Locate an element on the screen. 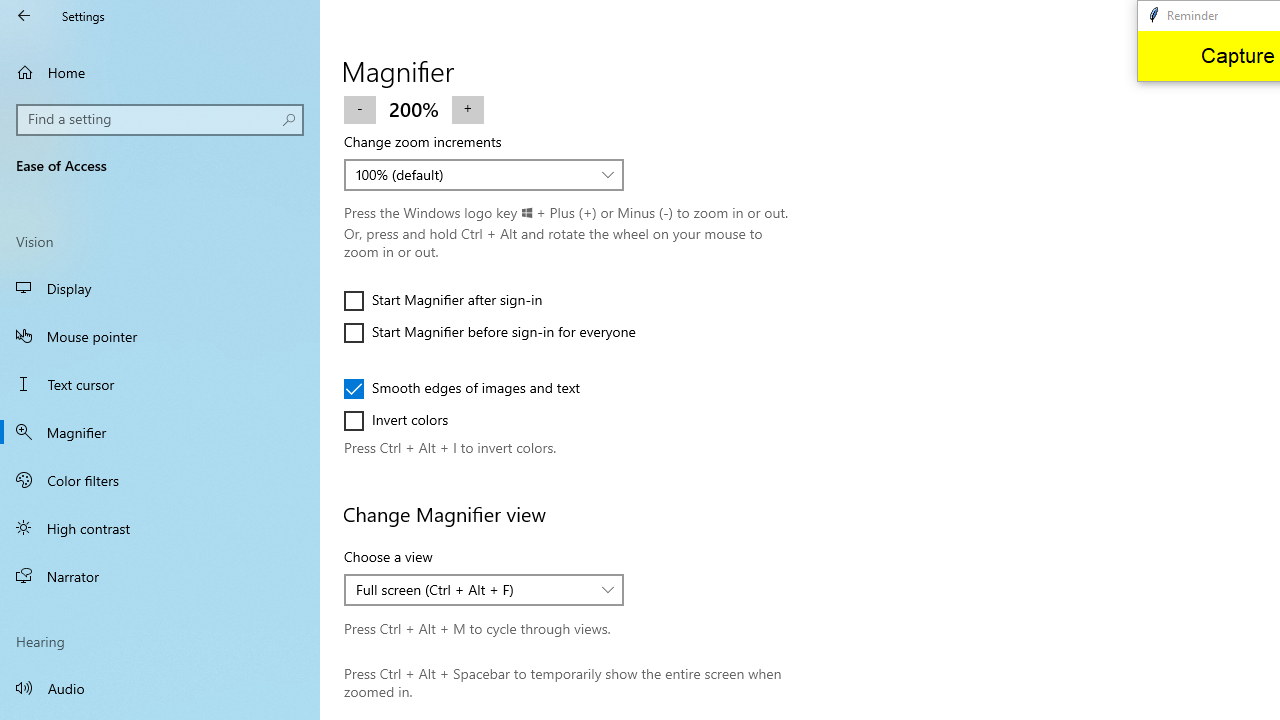 This screenshot has height=720, width=1280. 'Mouse pointer' is located at coordinates (160, 334).